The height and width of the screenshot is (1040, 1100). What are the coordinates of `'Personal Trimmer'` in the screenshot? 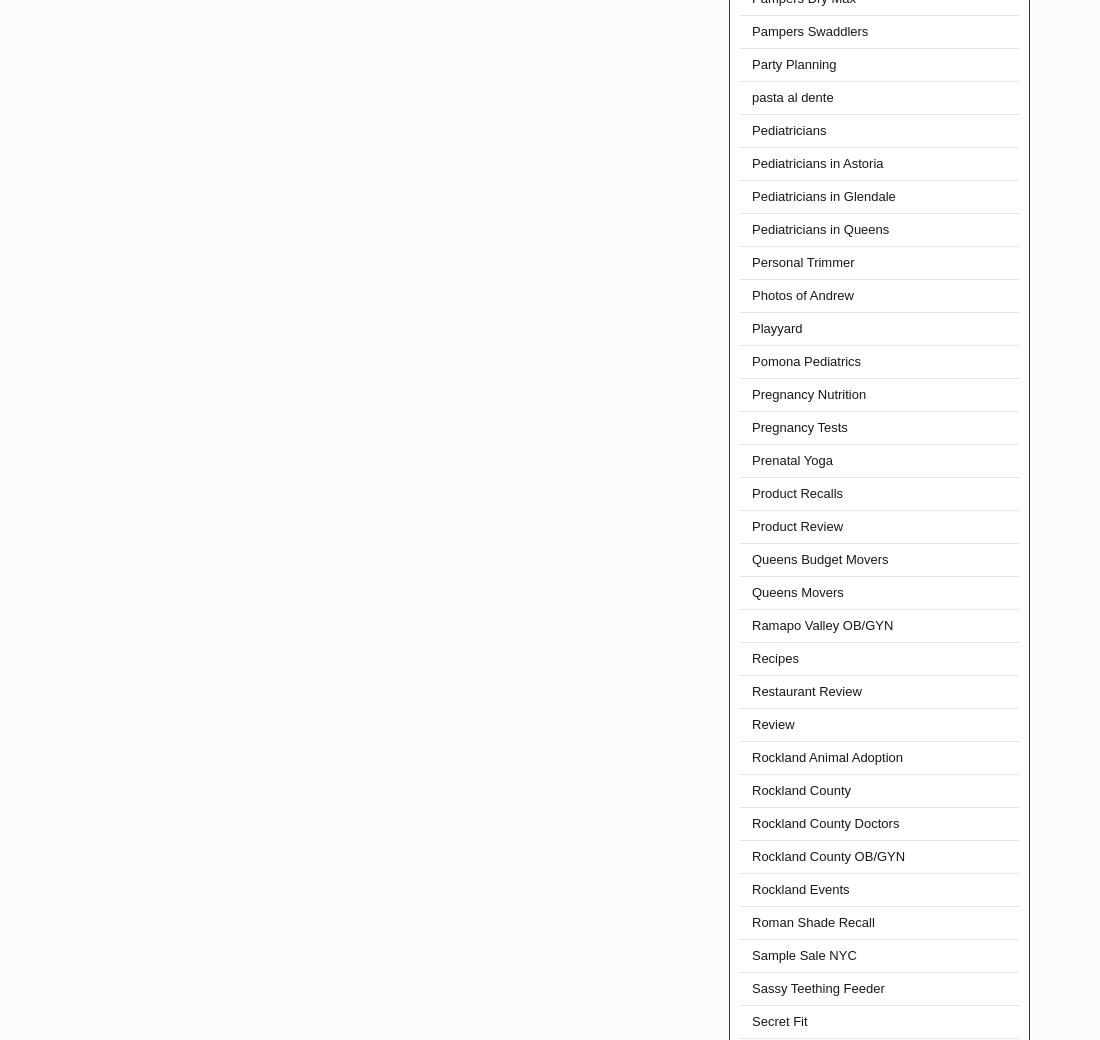 It's located at (803, 261).